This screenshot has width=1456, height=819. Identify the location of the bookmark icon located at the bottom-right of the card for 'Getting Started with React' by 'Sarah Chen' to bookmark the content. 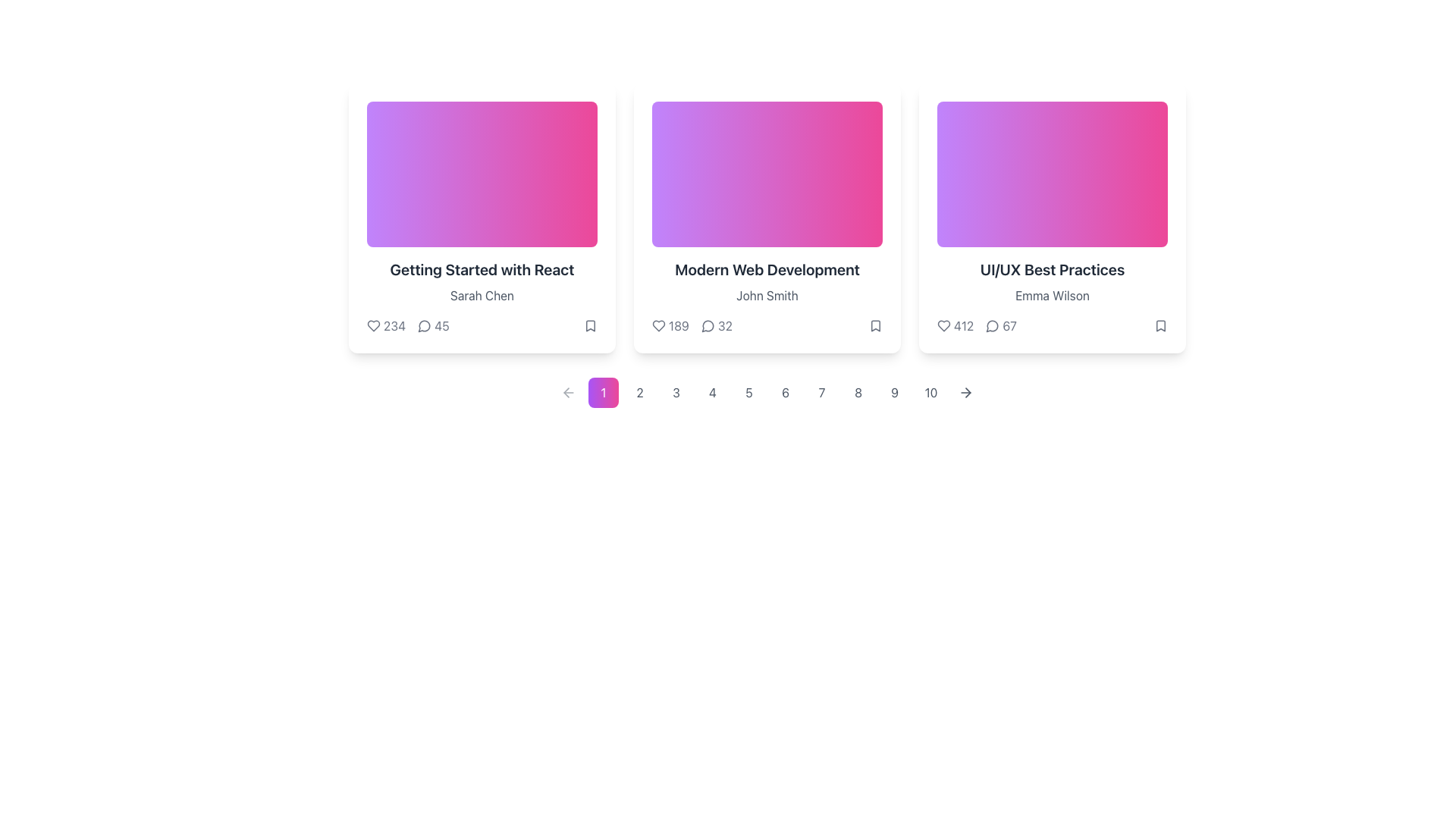
(589, 325).